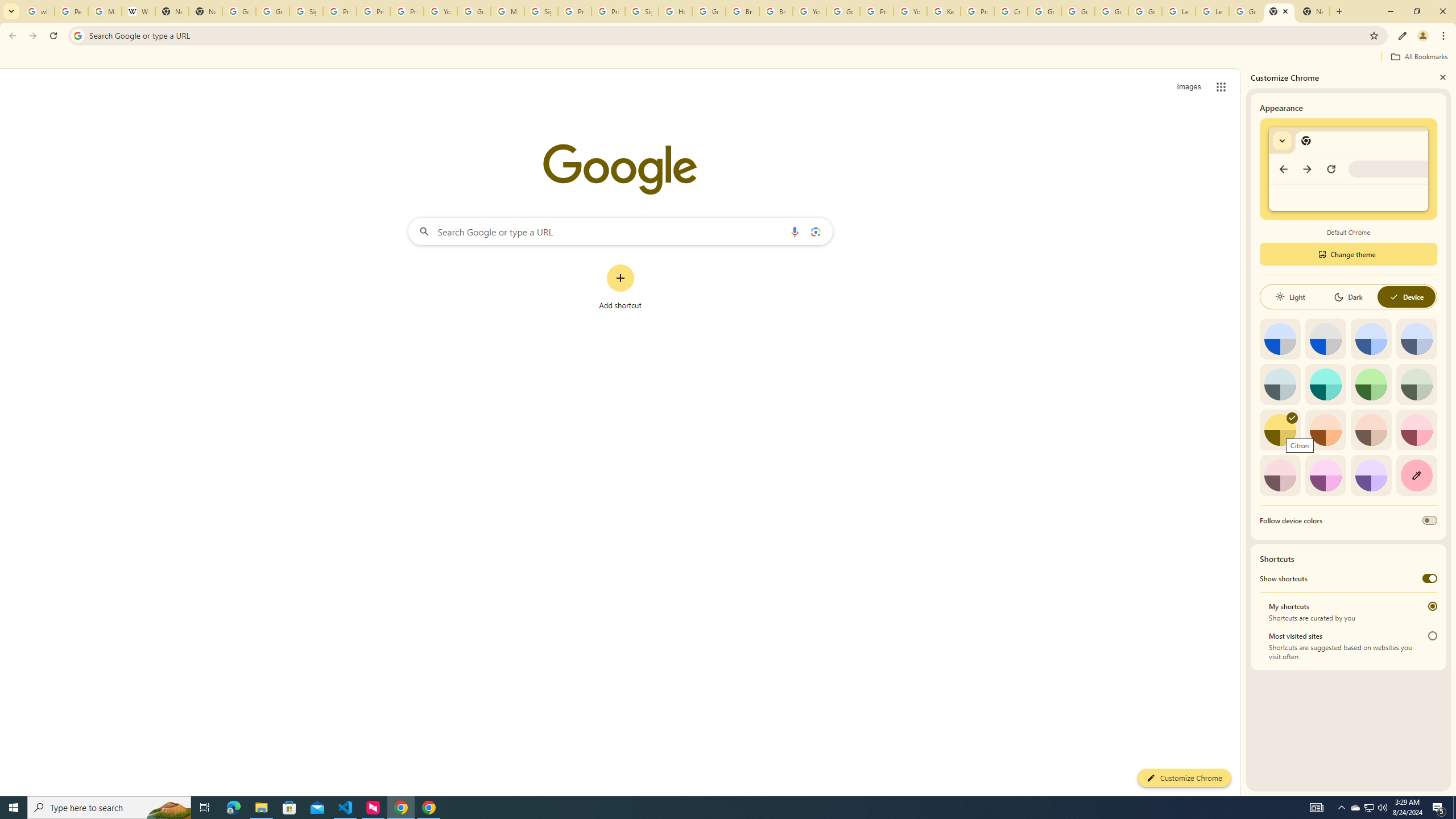 The width and height of the screenshot is (1456, 819). What do you see at coordinates (1325, 429) in the screenshot?
I see `'Orange'` at bounding box center [1325, 429].